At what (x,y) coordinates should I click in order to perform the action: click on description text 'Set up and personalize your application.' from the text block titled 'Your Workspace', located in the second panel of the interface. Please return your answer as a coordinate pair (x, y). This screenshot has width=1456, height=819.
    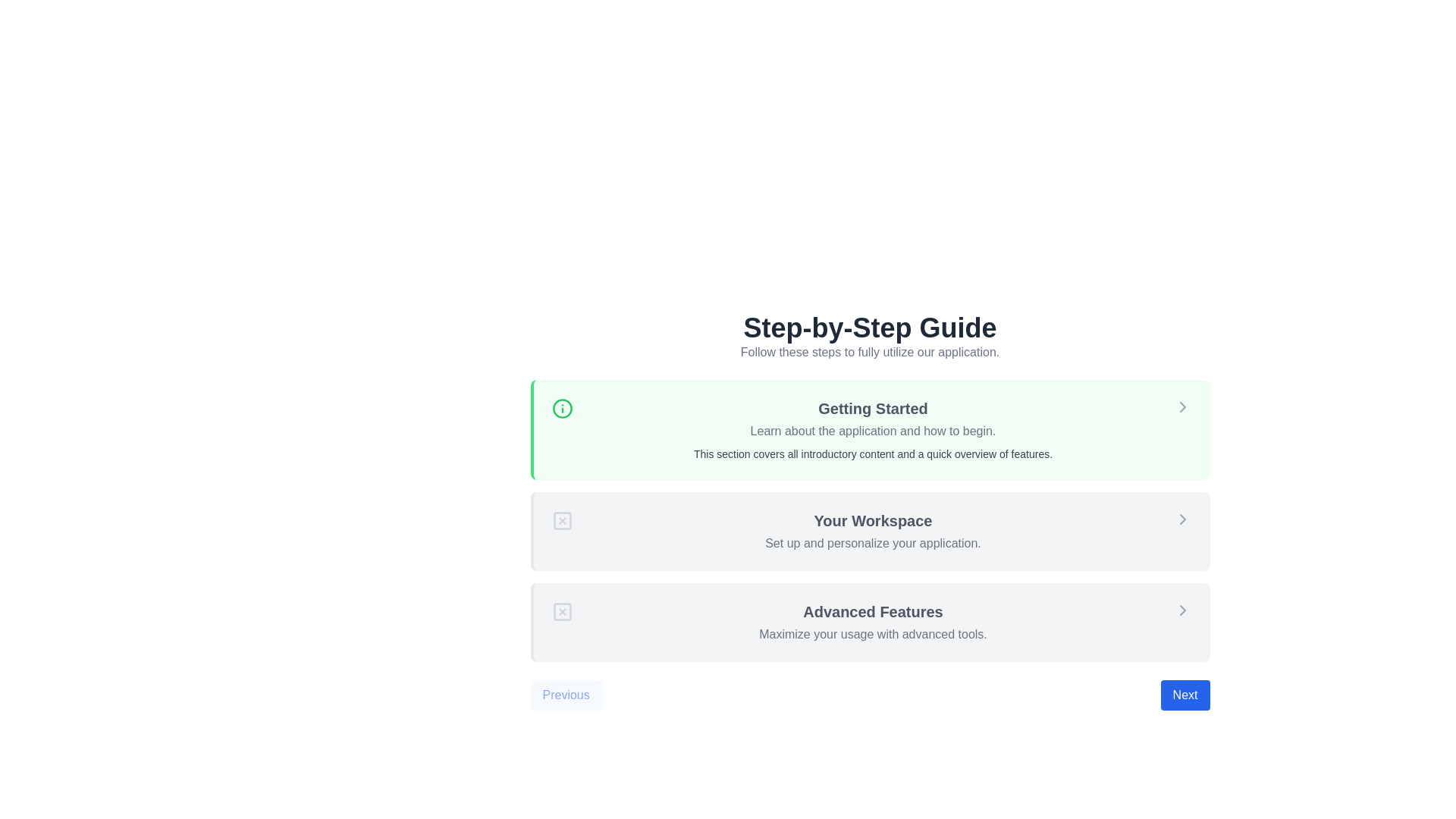
    Looking at the image, I should click on (873, 531).